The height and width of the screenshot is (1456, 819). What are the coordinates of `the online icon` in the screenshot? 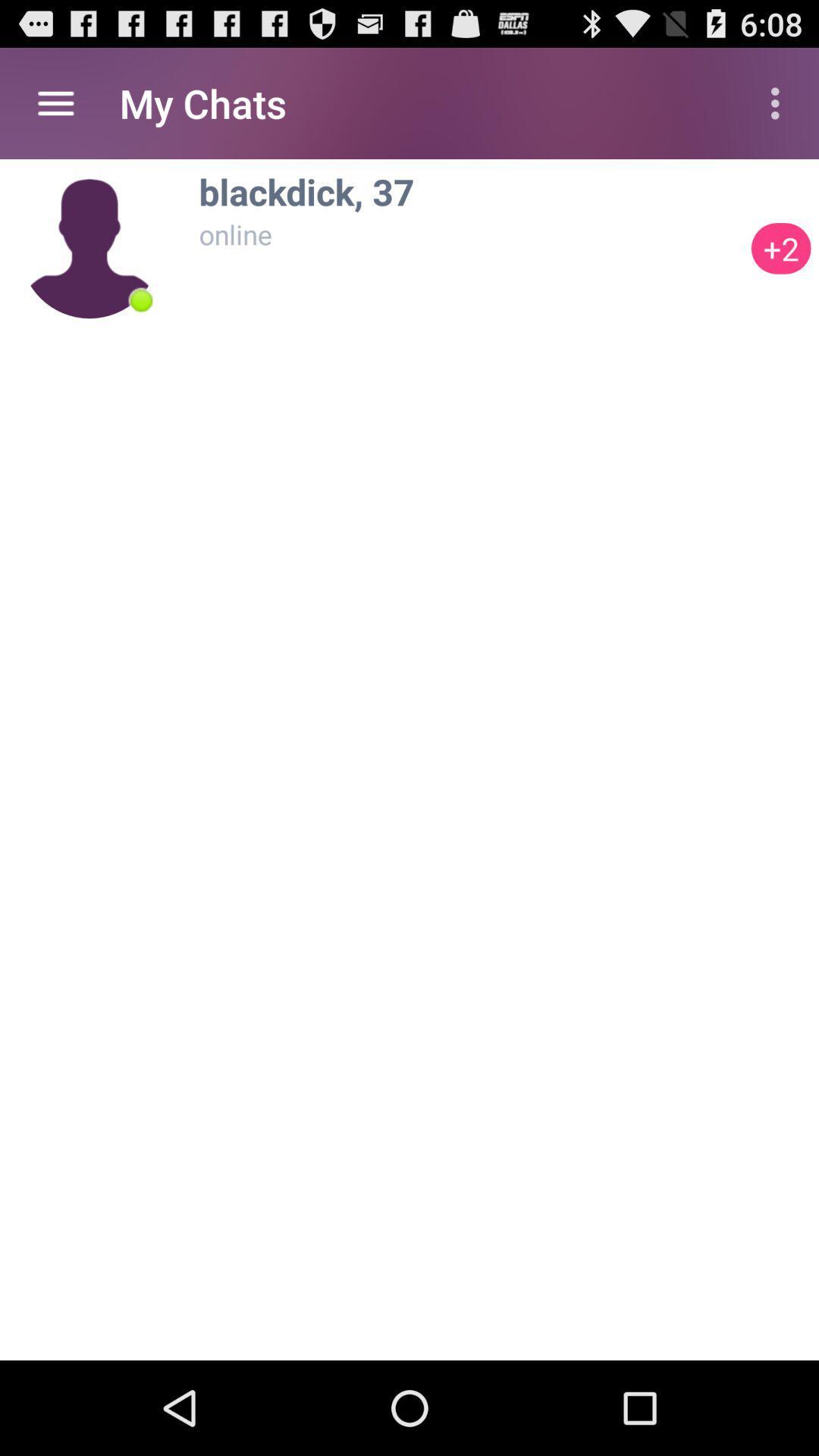 It's located at (470, 234).